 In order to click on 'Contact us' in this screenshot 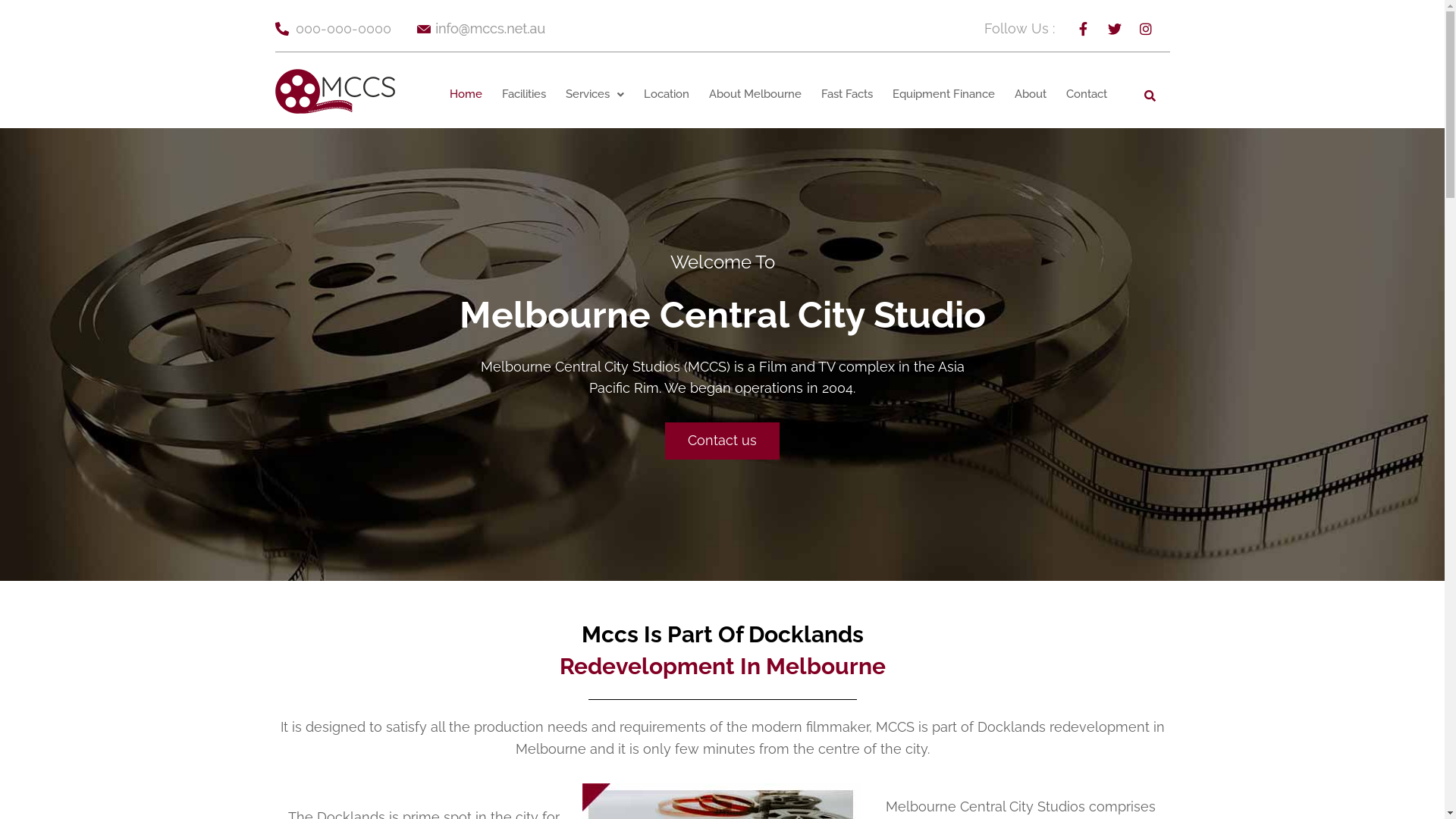, I will do `click(721, 441)`.